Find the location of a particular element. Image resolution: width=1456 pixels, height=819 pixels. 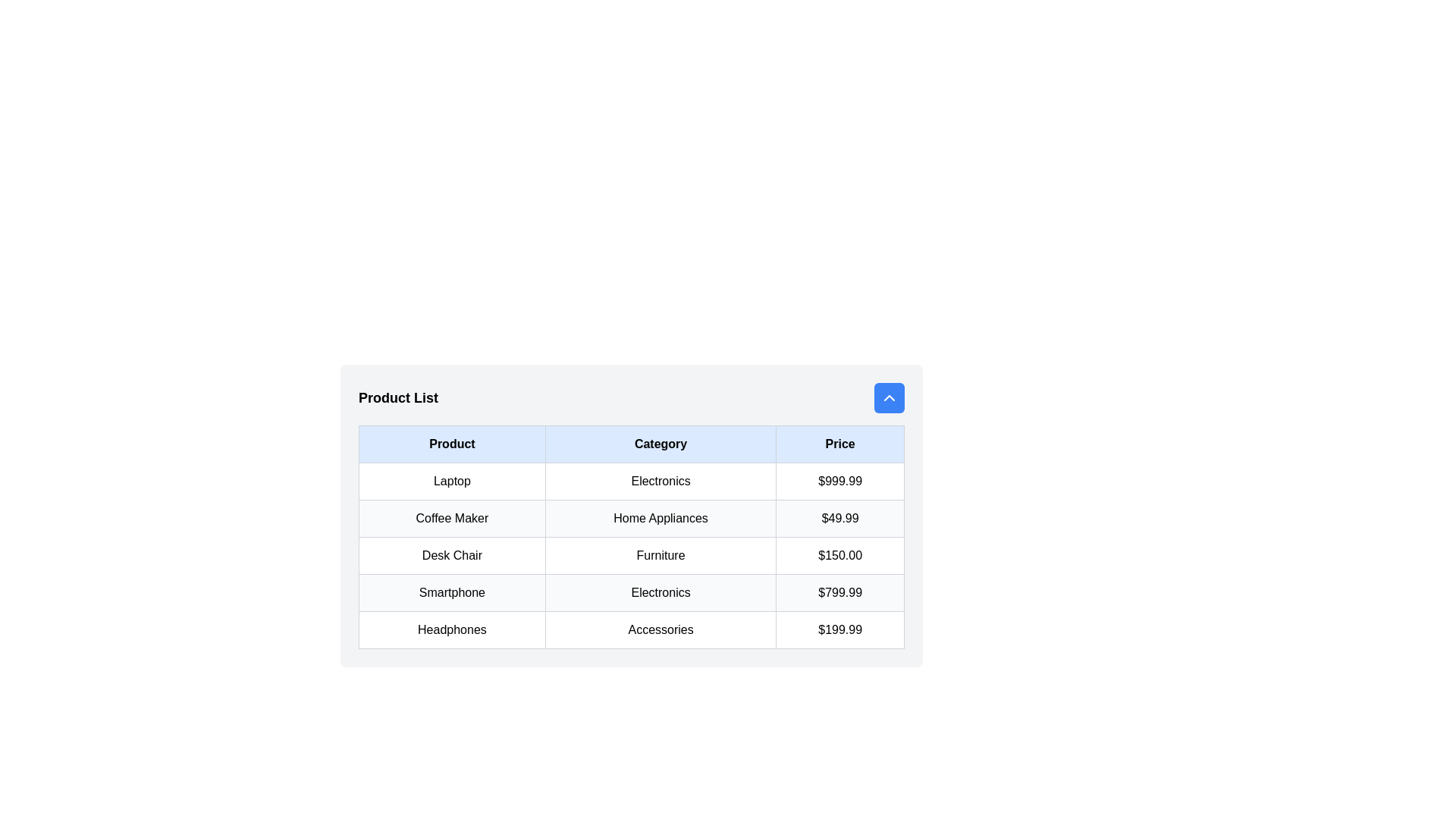

the 'Price' header column in the top-right position of the table, which is styled with a light blue background and bold text is located at coordinates (839, 444).